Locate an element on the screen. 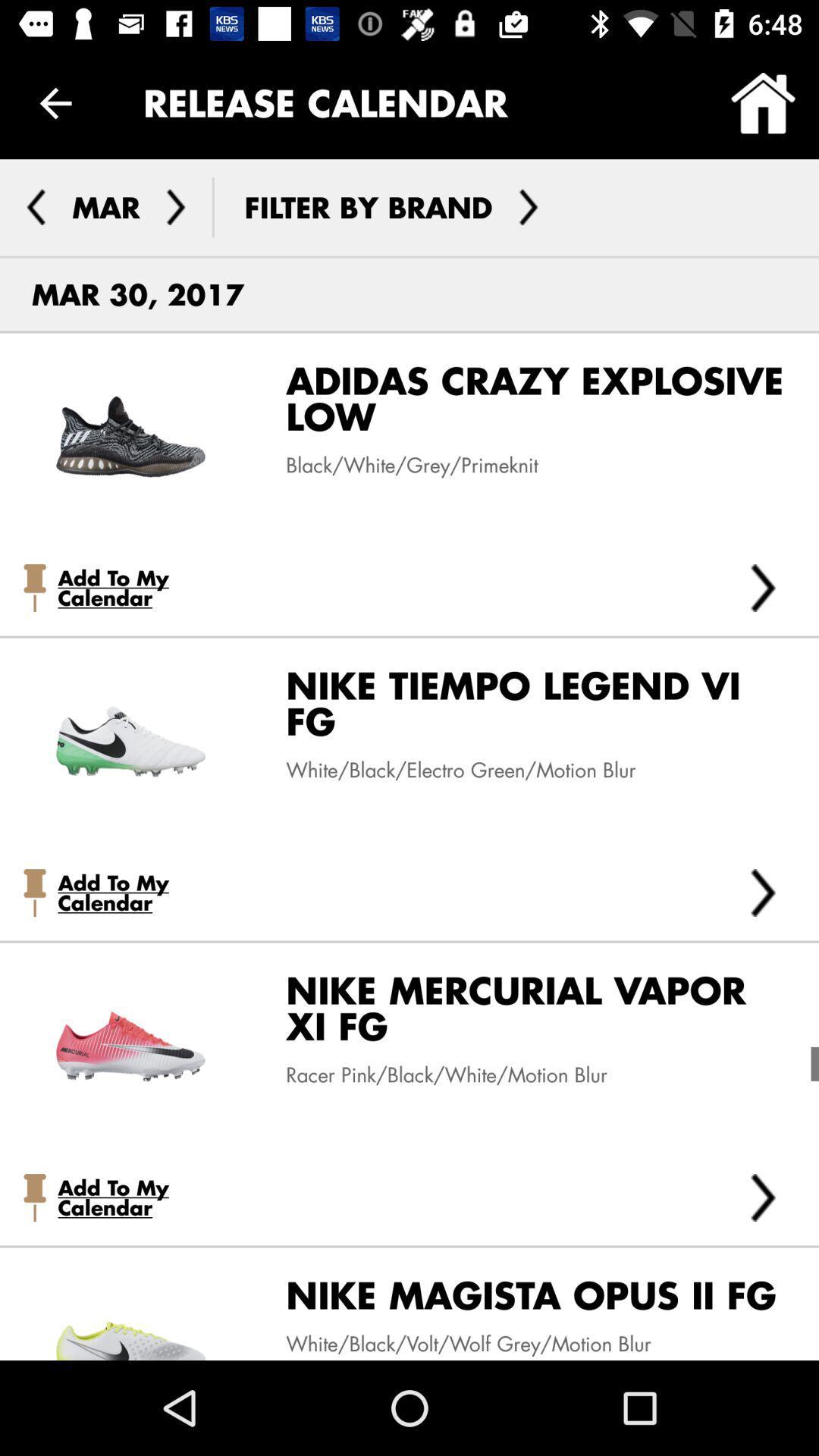 The image size is (819, 1456). go back is located at coordinates (35, 206).